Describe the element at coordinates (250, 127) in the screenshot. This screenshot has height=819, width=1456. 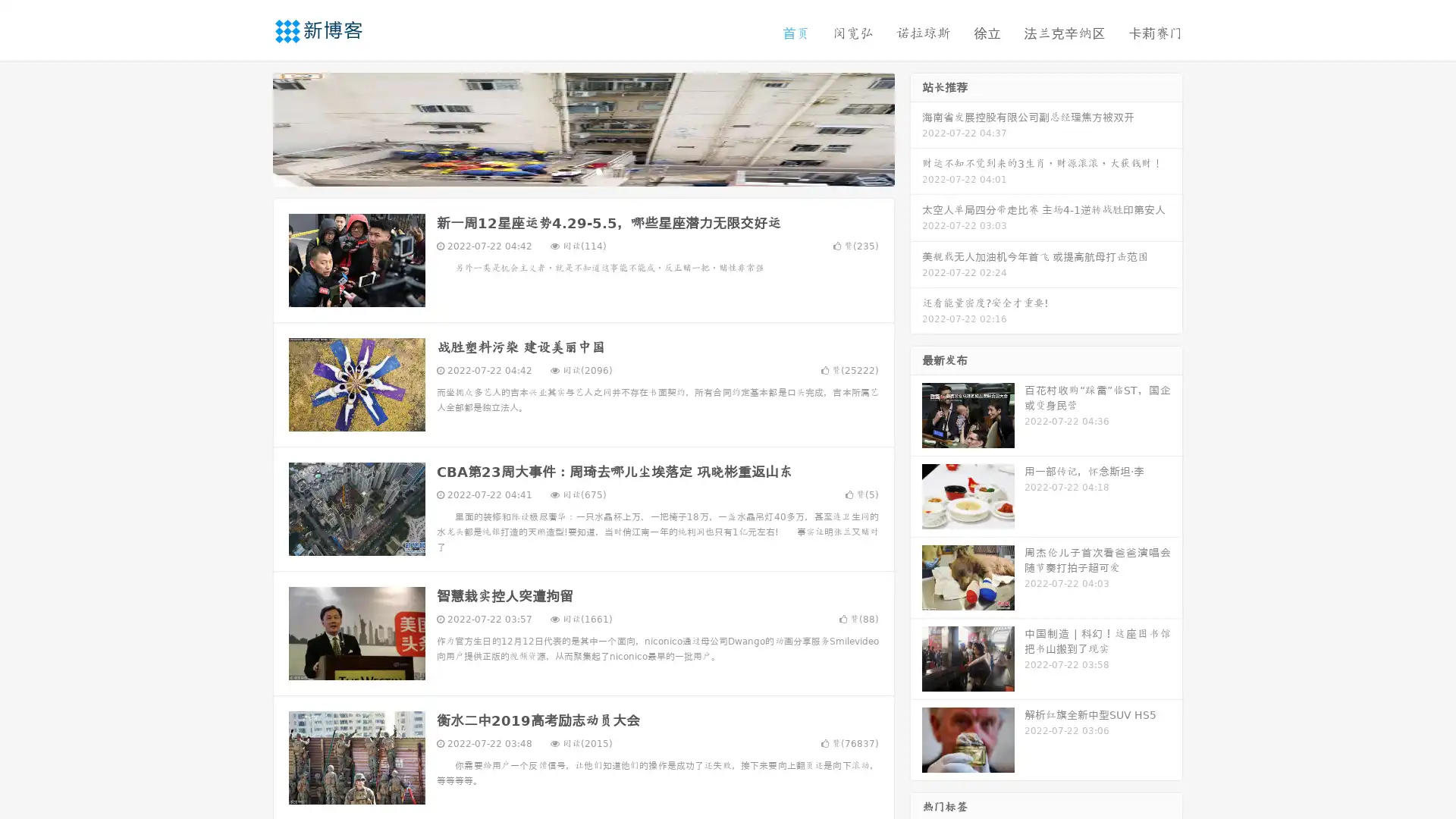
I see `Previous slide` at that location.